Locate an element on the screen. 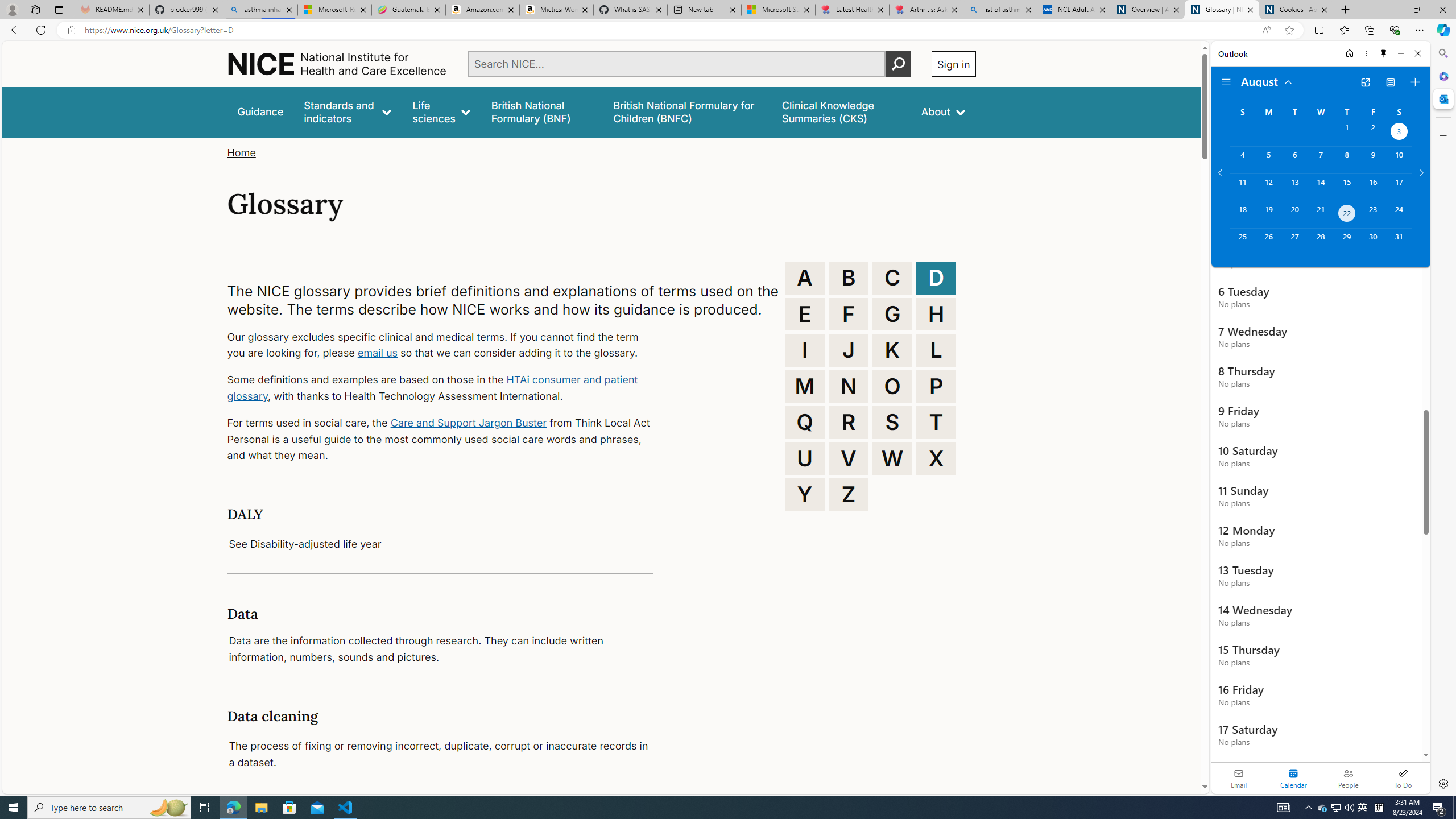 This screenshot has width=1456, height=819. 'Home' is located at coordinates (1349, 53).